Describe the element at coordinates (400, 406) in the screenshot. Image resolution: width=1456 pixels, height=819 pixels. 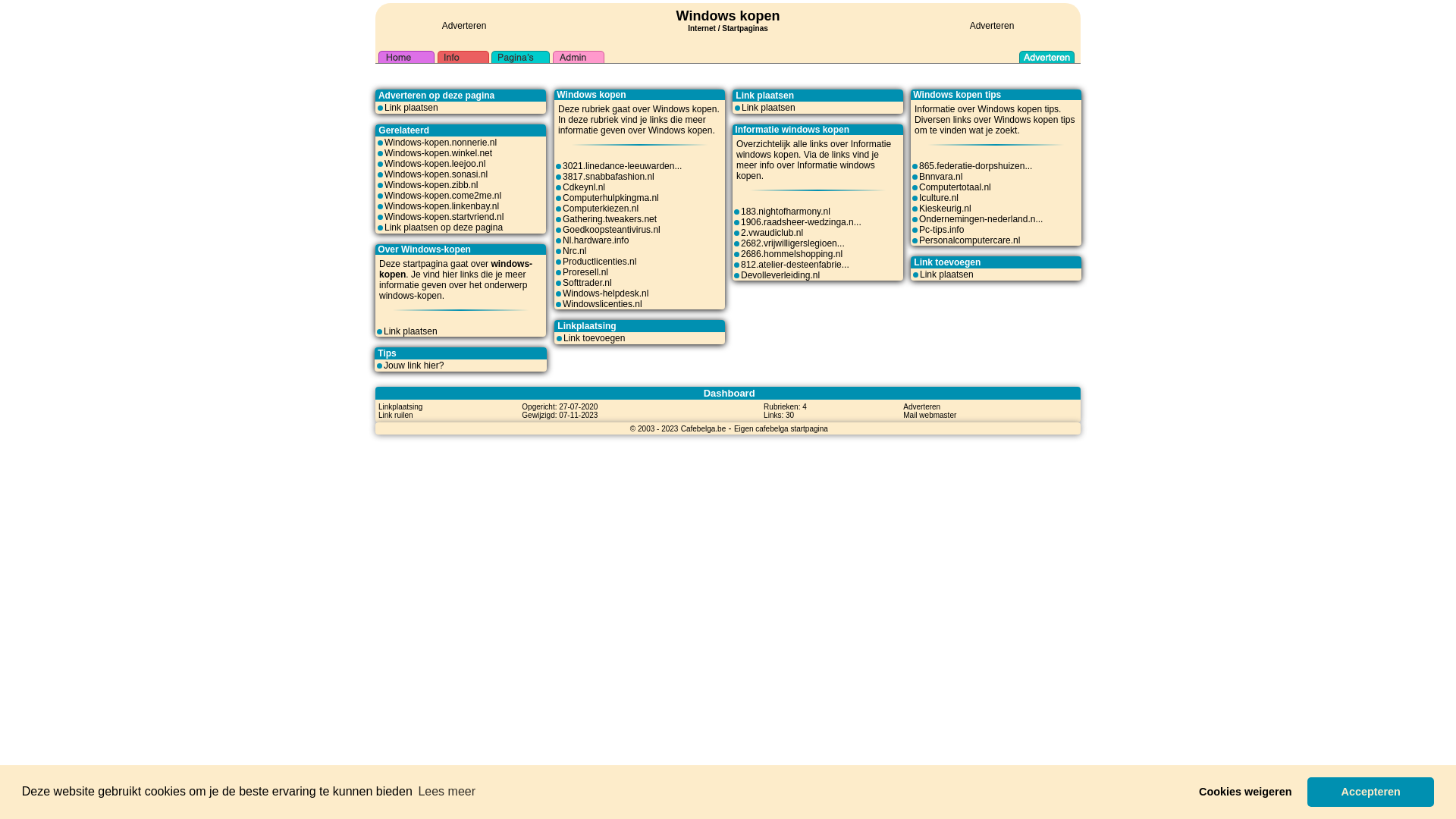
I see `'Linkplaatsing'` at that location.